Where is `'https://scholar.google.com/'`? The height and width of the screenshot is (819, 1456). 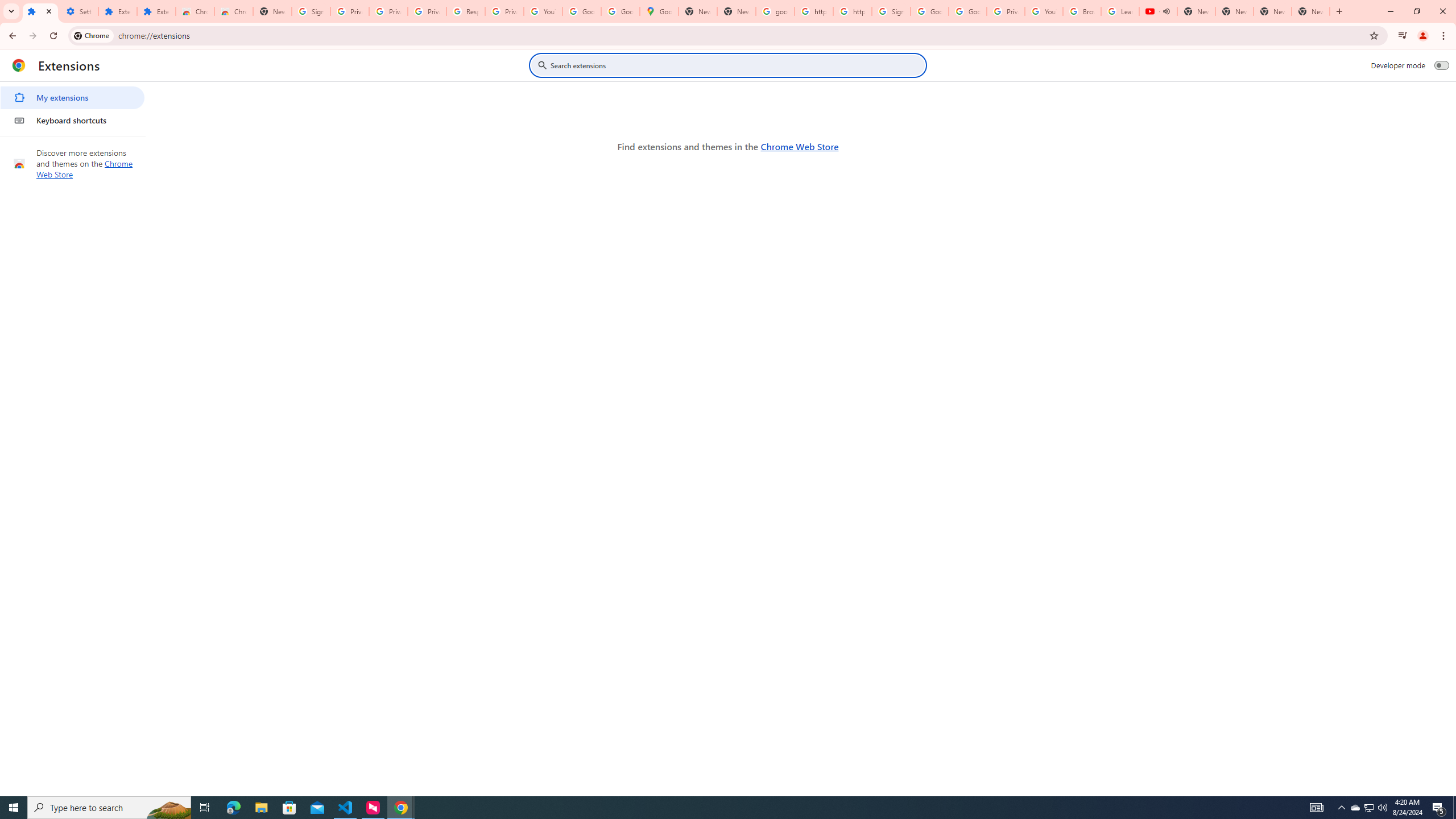 'https://scholar.google.com/' is located at coordinates (851, 11).